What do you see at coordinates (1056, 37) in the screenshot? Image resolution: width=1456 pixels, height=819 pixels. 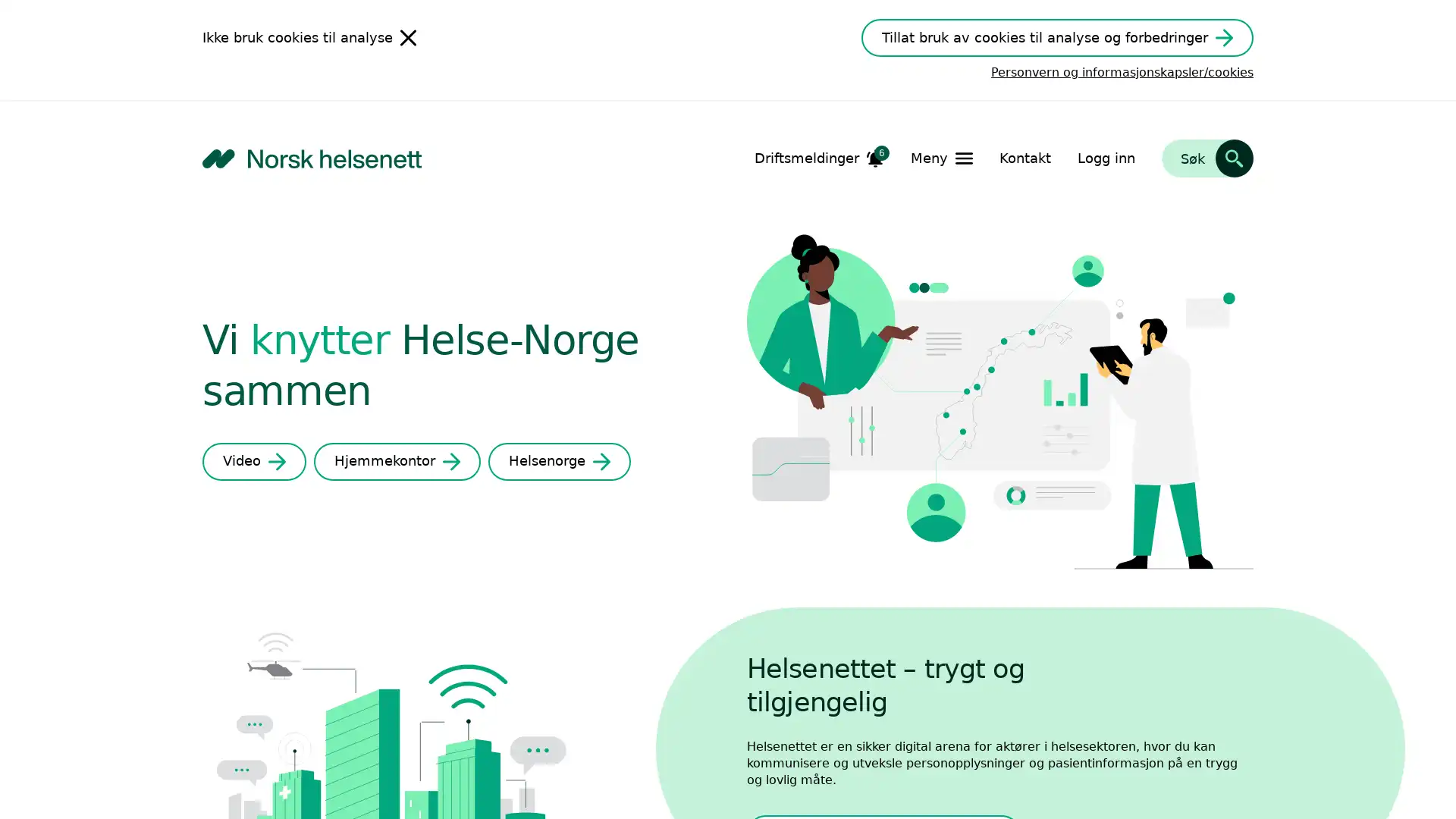 I see `Tillat bruk av cookies til analyse og forbedringer` at bounding box center [1056, 37].